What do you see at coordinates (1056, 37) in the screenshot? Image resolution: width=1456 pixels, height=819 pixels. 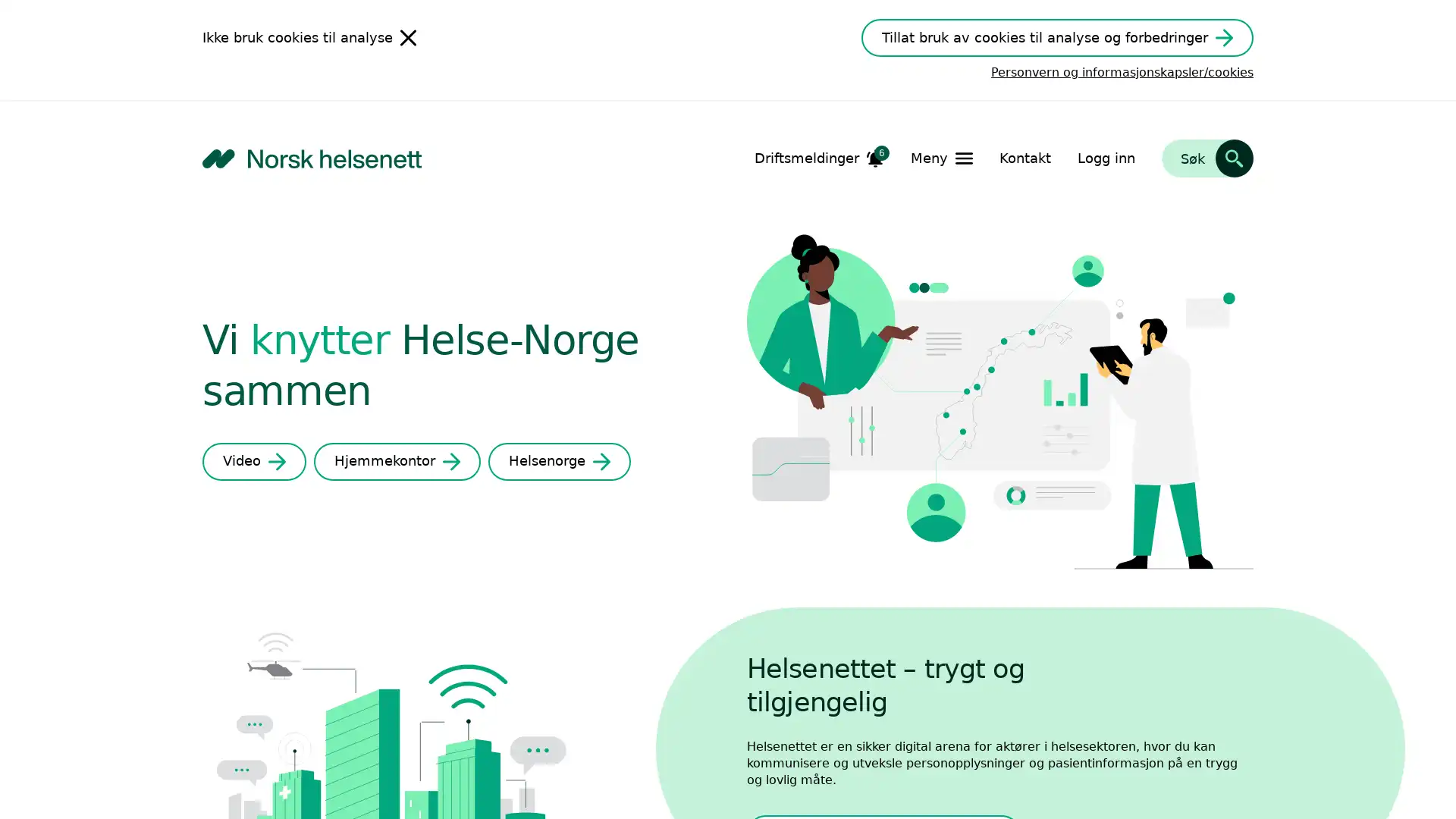 I see `Tillat bruk av cookies til analyse og forbedringer` at bounding box center [1056, 37].